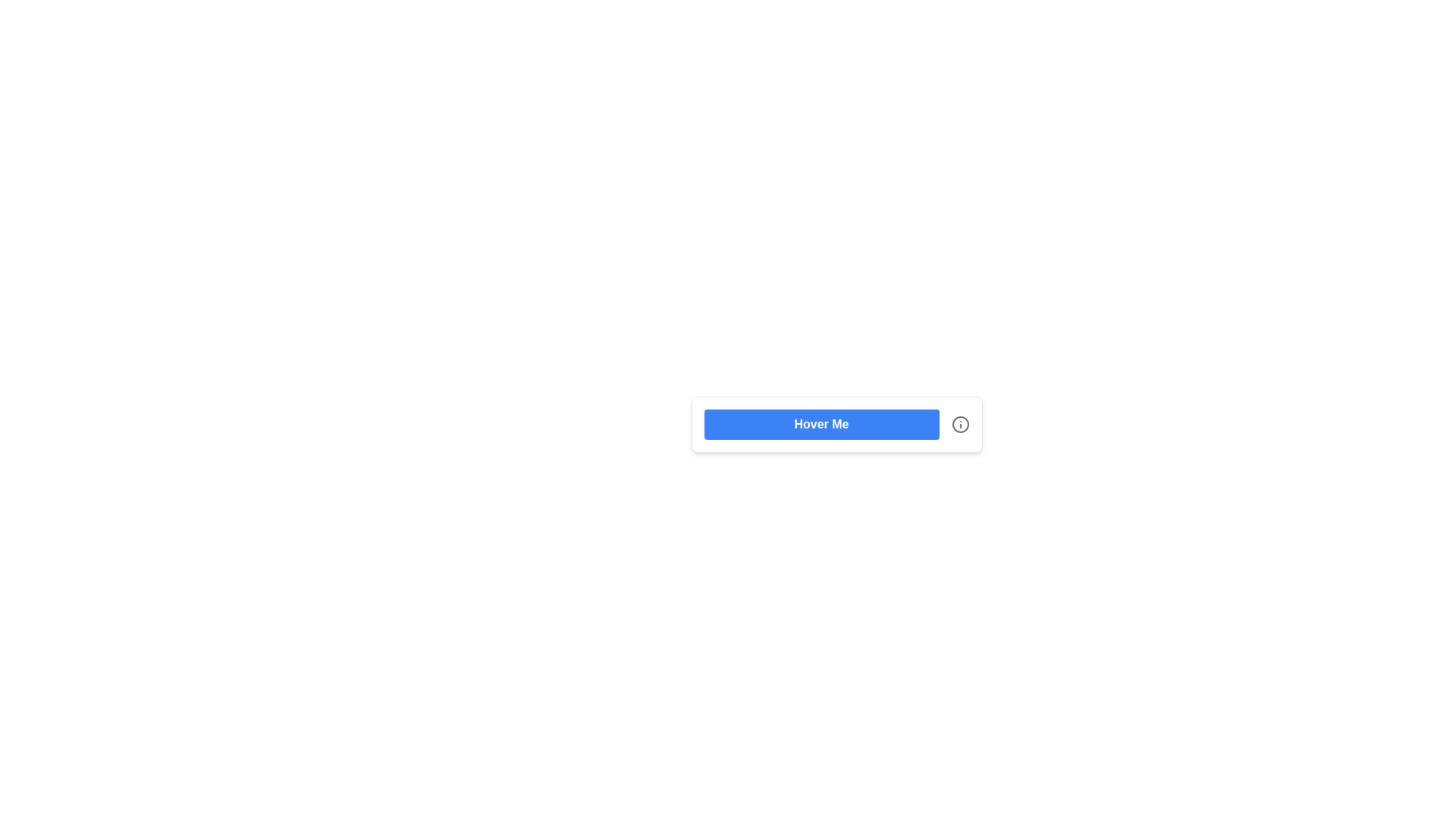 The image size is (1456, 819). I want to click on the information icon located immediately to the right of the 'Hover Me' button, which serves as an information tooltip, so click(959, 424).